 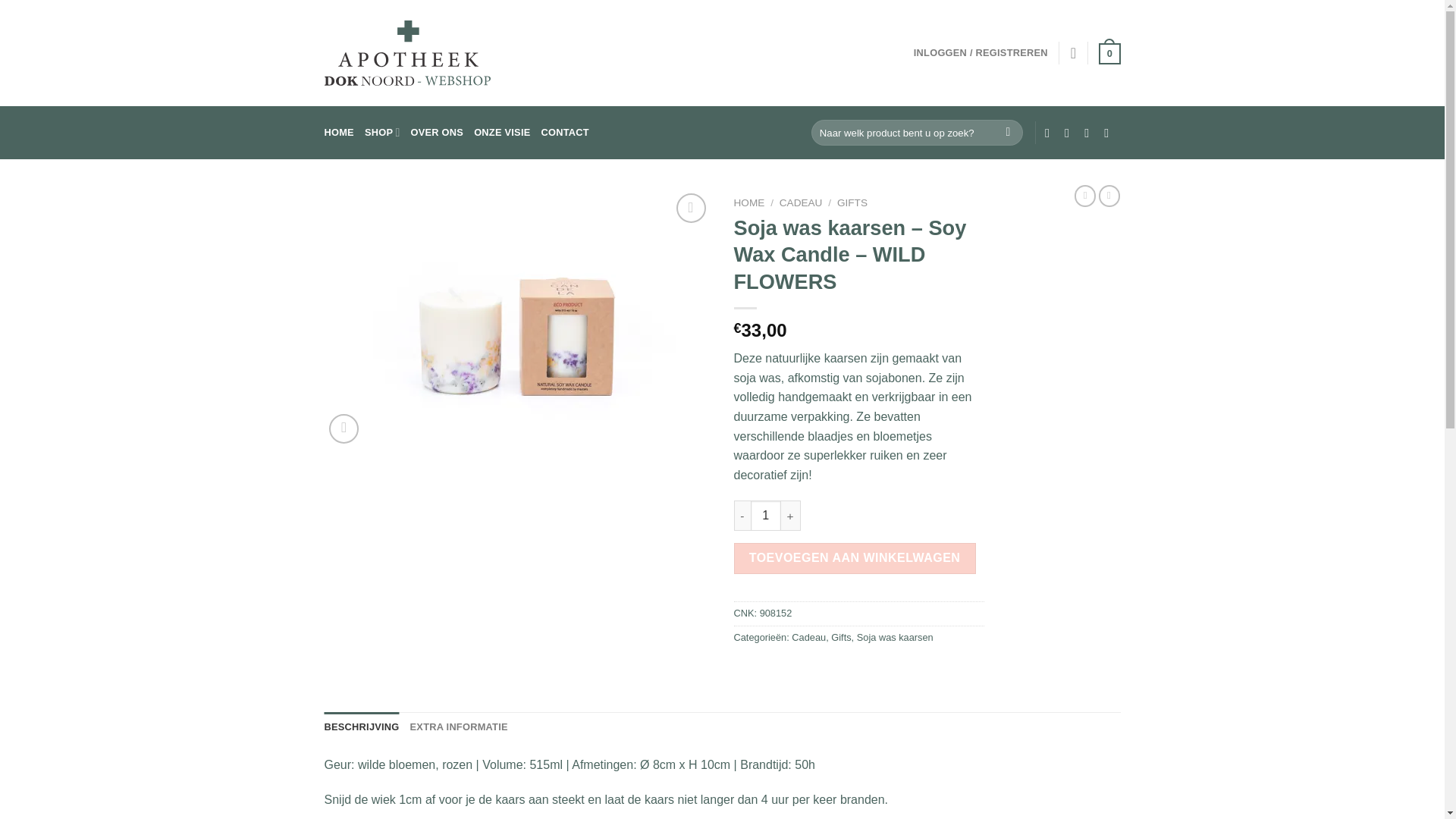 What do you see at coordinates (855, 558) in the screenshot?
I see `'TOEVOEGEN AAN WINKELWAGEN'` at bounding box center [855, 558].